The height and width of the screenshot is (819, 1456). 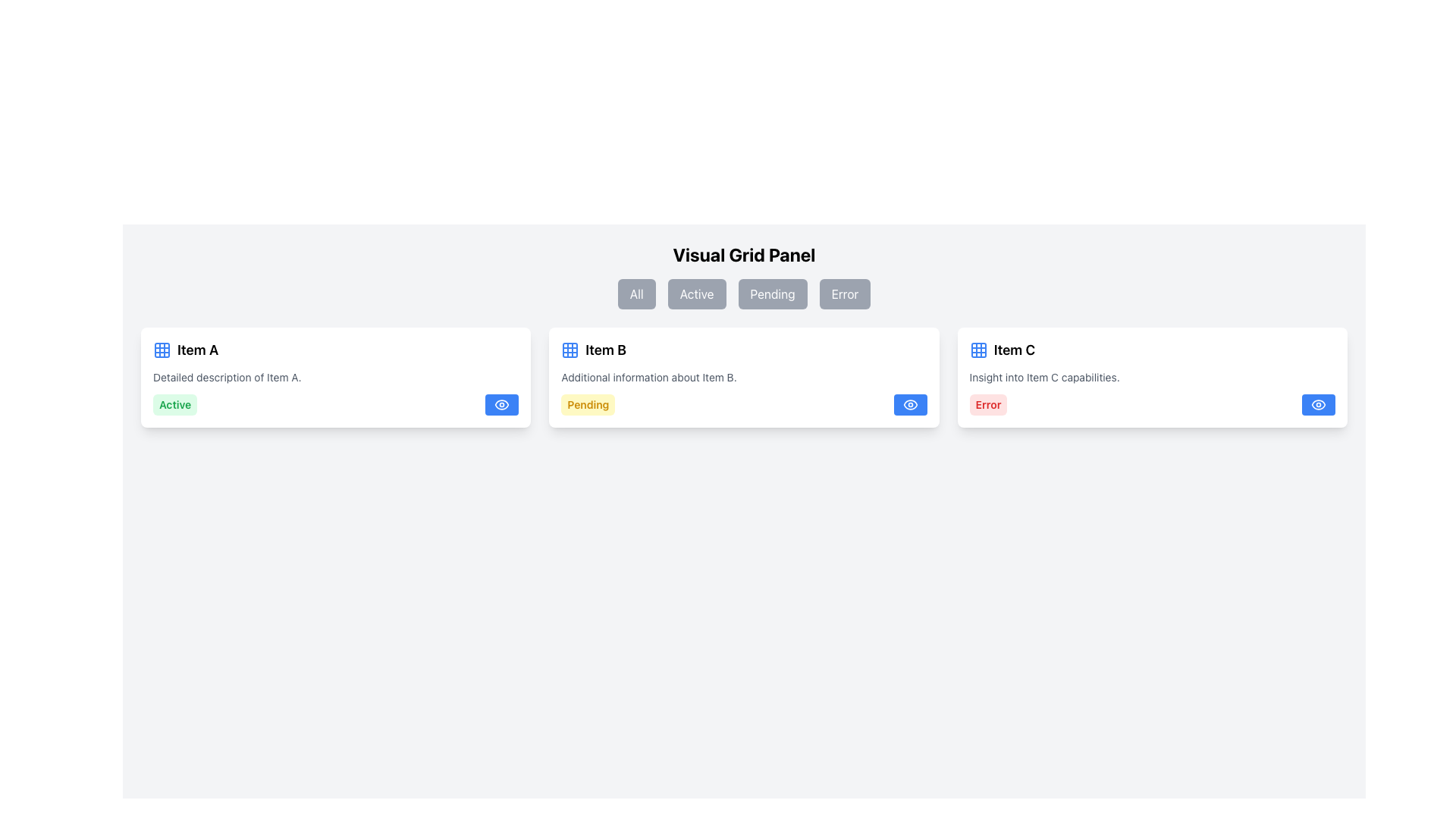 I want to click on the blue grid icon located next to the text 'Item C', so click(x=978, y=350).